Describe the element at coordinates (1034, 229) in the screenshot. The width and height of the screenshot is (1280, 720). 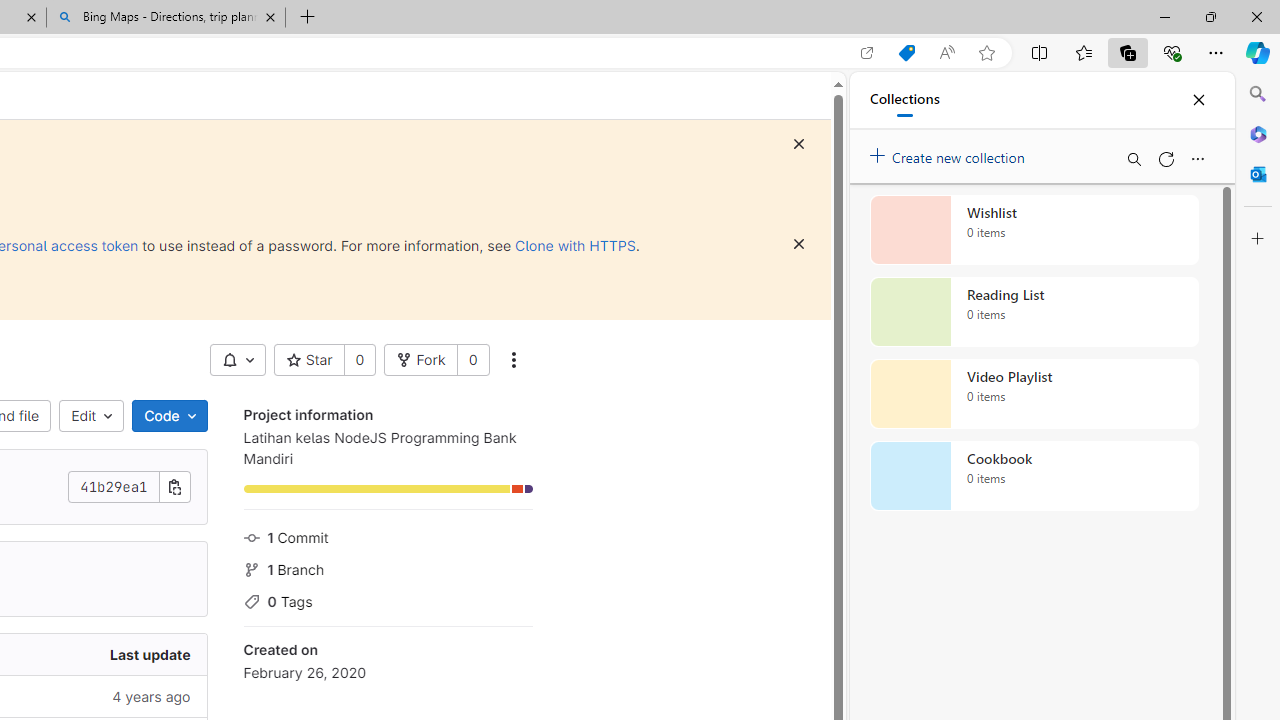
I see `'Wishlist collection, 0 items'` at that location.